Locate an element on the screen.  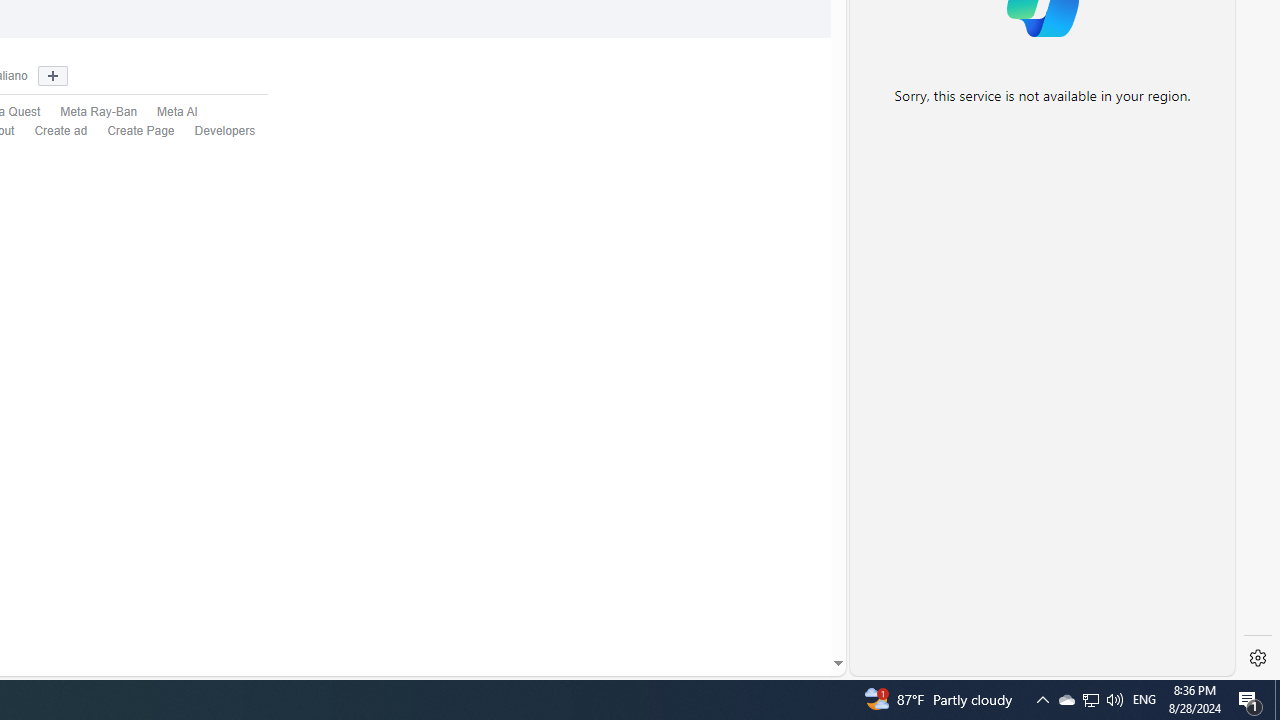
'Developers' is located at coordinates (215, 131).